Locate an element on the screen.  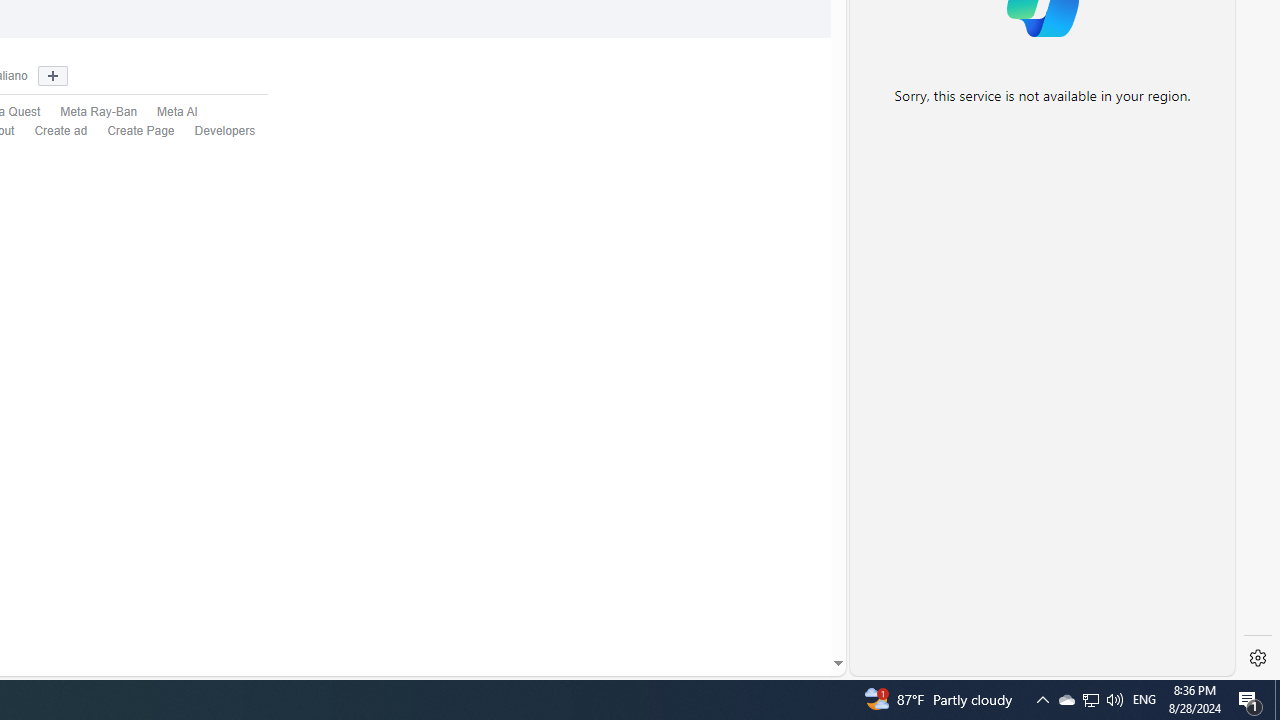
'Developers' is located at coordinates (215, 131).